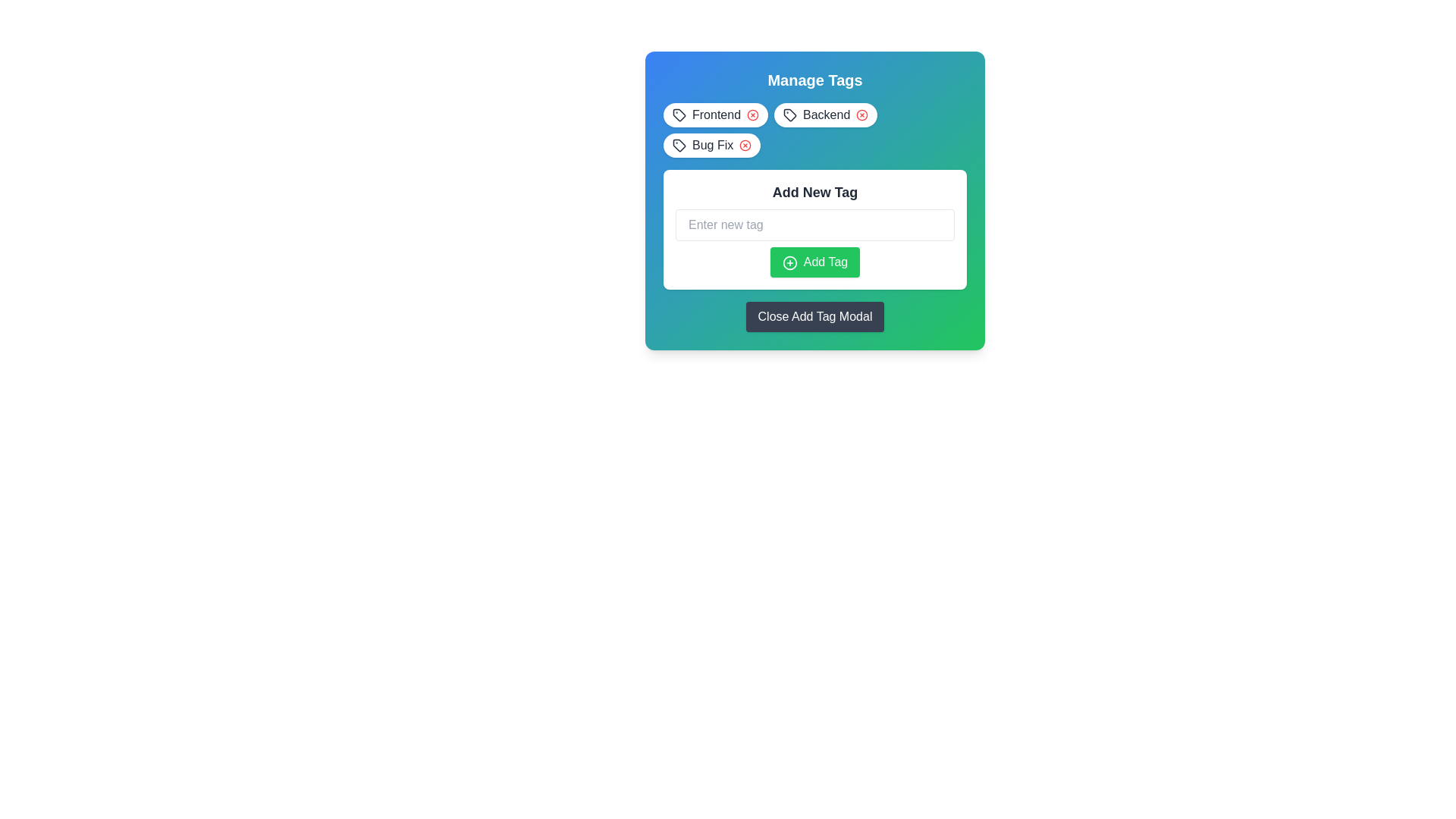  What do you see at coordinates (826, 114) in the screenshot?
I see `text label indicating the category or title of the 'Backend' tag, which is centrally positioned in the 'Manage Tags' section` at bounding box center [826, 114].